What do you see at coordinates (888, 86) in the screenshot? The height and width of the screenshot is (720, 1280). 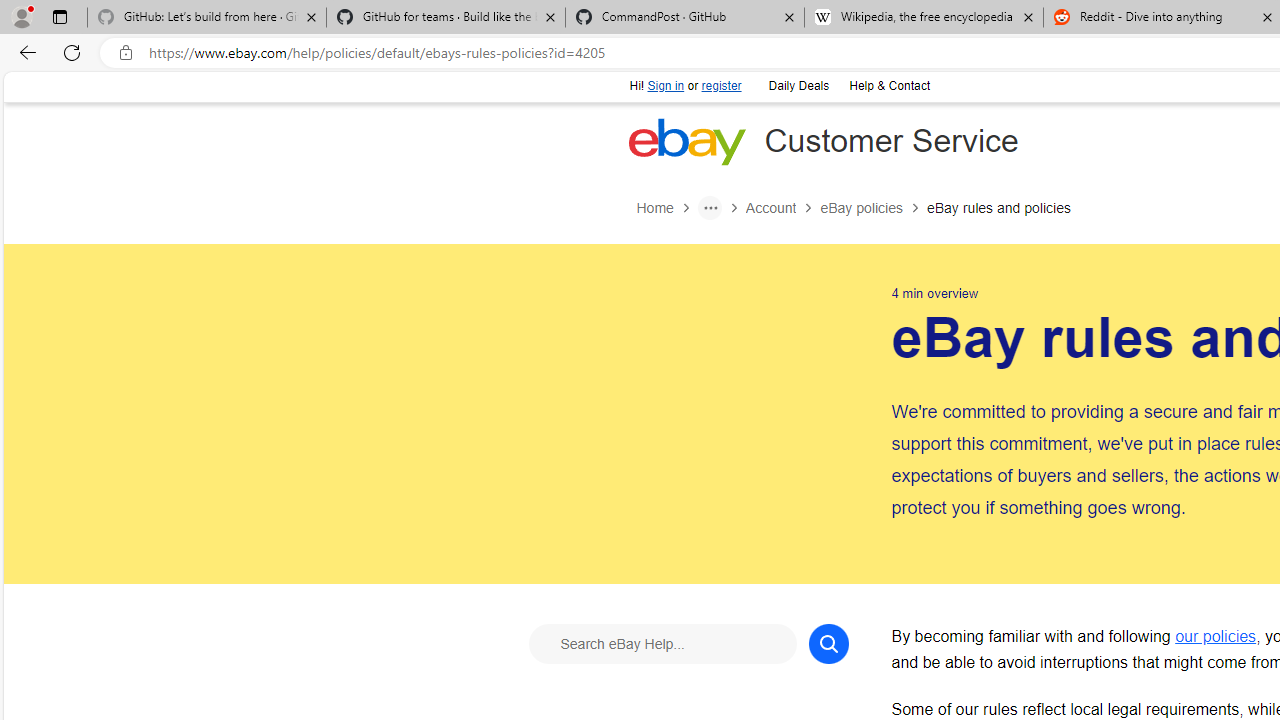 I see `'Help & Contact'` at bounding box center [888, 86].